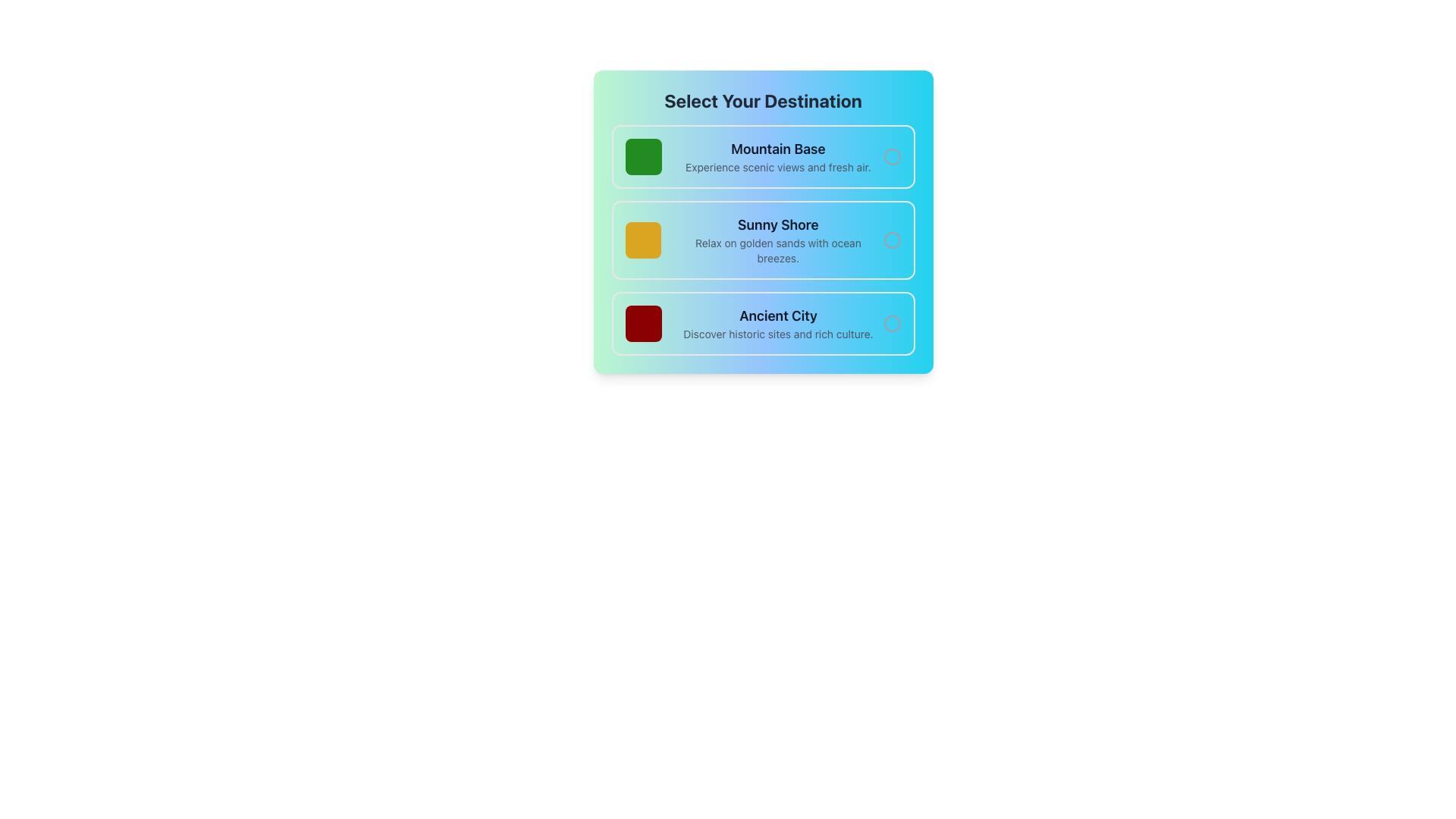  What do you see at coordinates (643, 157) in the screenshot?
I see `the decorative colored square that serves as a visual indicator for the 'Mountain Base' option, located adjacent to its textual content` at bounding box center [643, 157].